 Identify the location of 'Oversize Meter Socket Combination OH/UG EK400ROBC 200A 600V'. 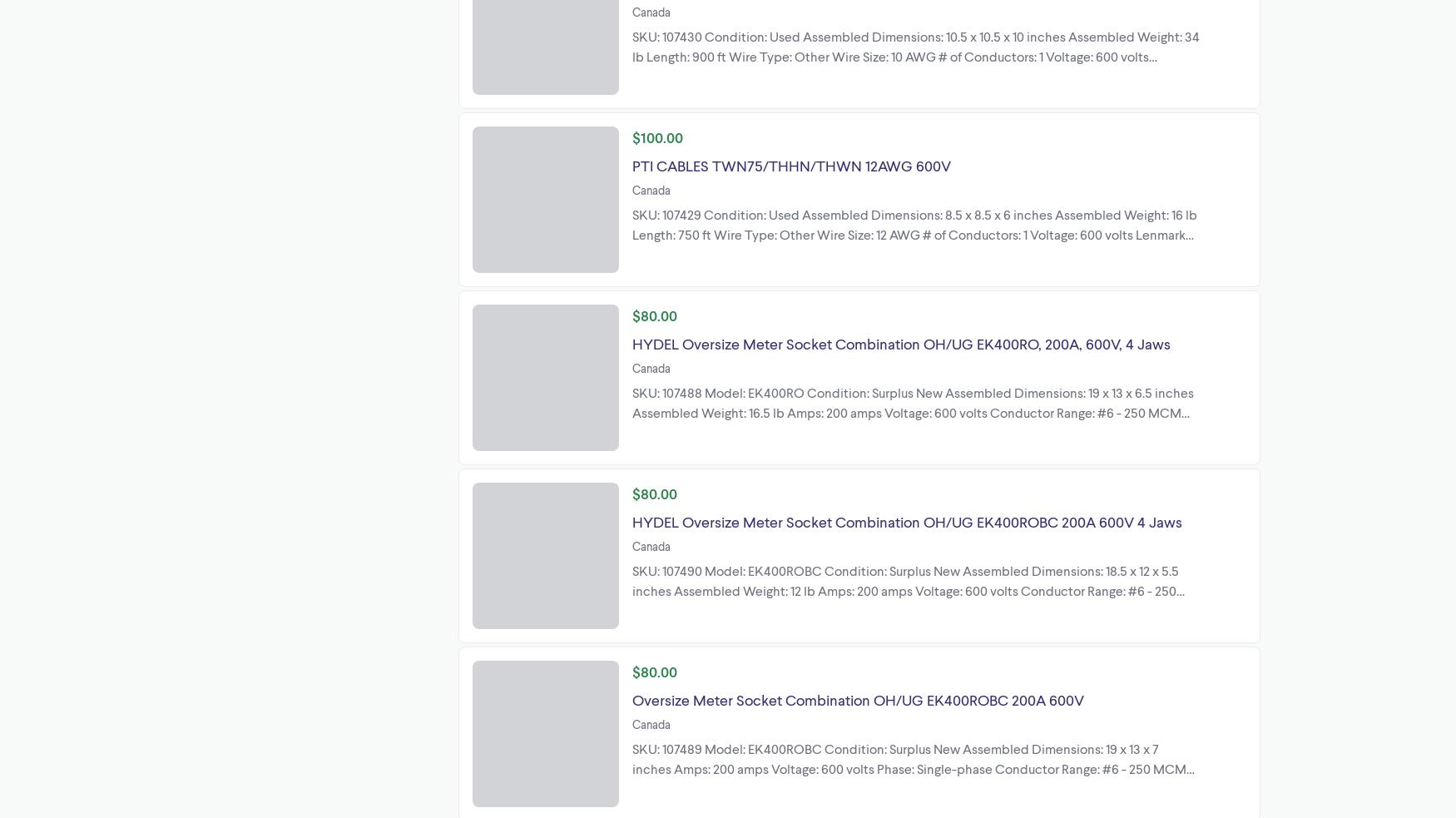
(631, 698).